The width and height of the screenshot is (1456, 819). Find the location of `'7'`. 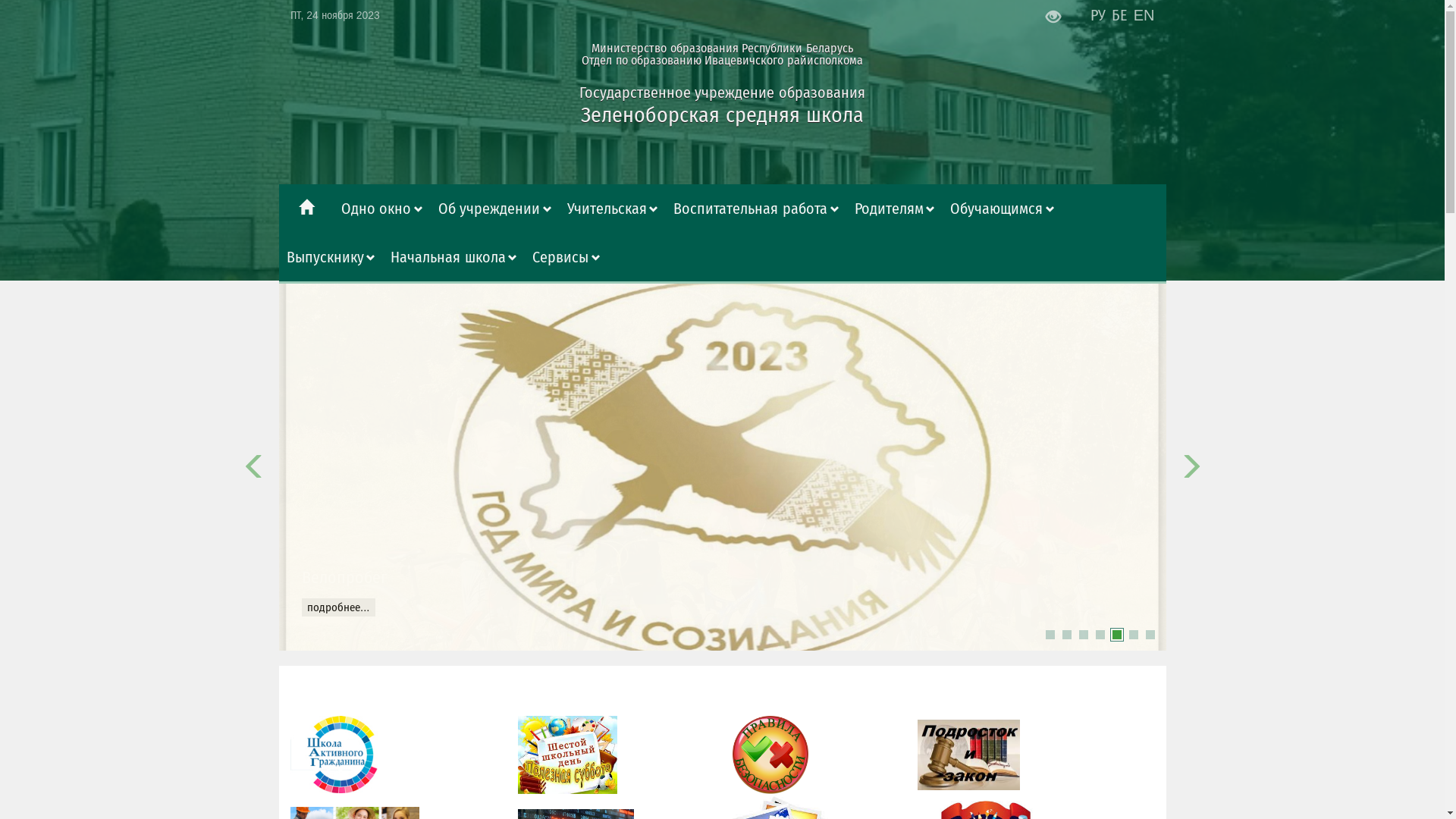

'7' is located at coordinates (1150, 635).